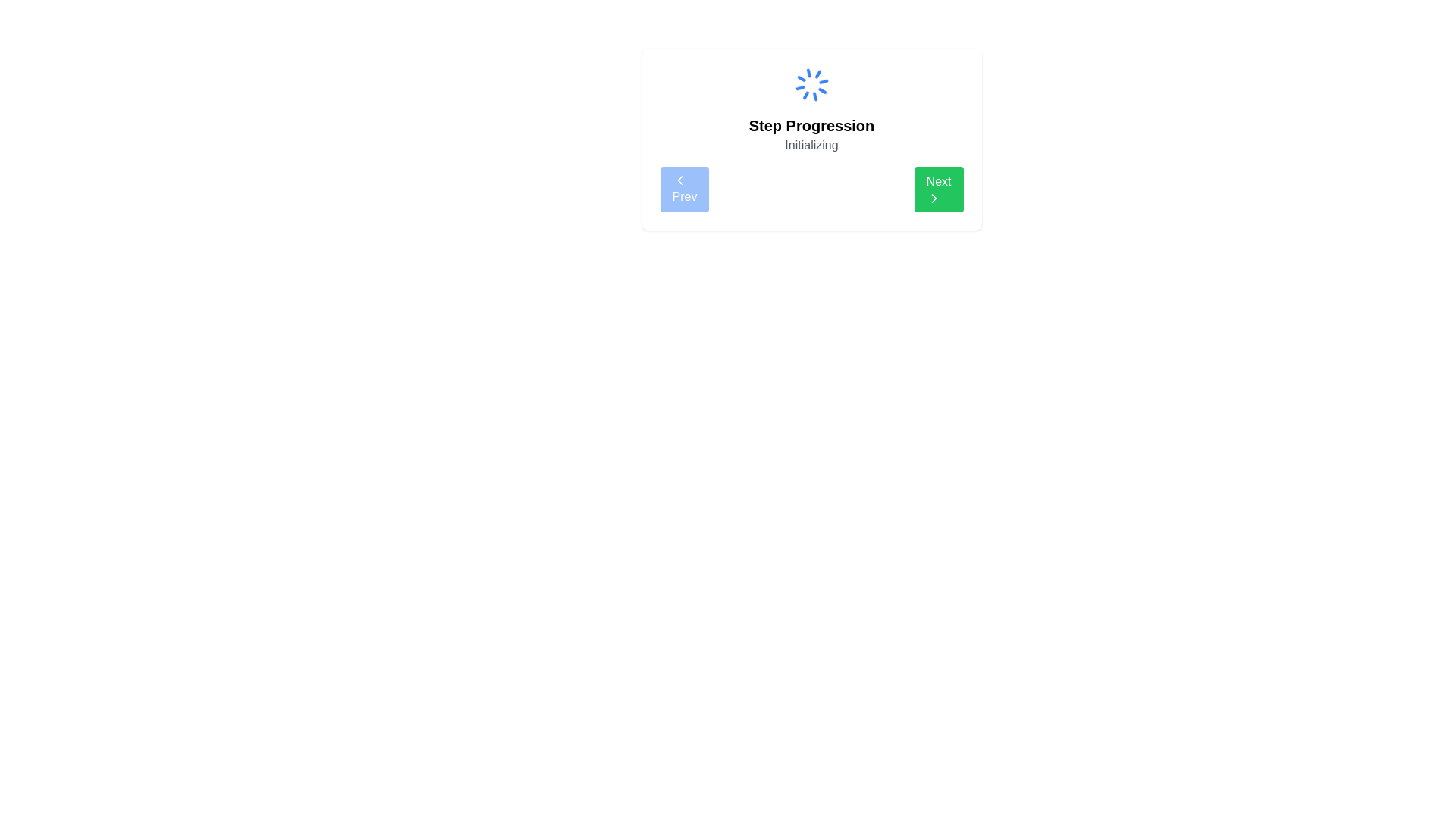  Describe the element at coordinates (938, 189) in the screenshot. I see `the rectangular green button labeled 'Next' with a white text and an arrow icon to proceed` at that location.